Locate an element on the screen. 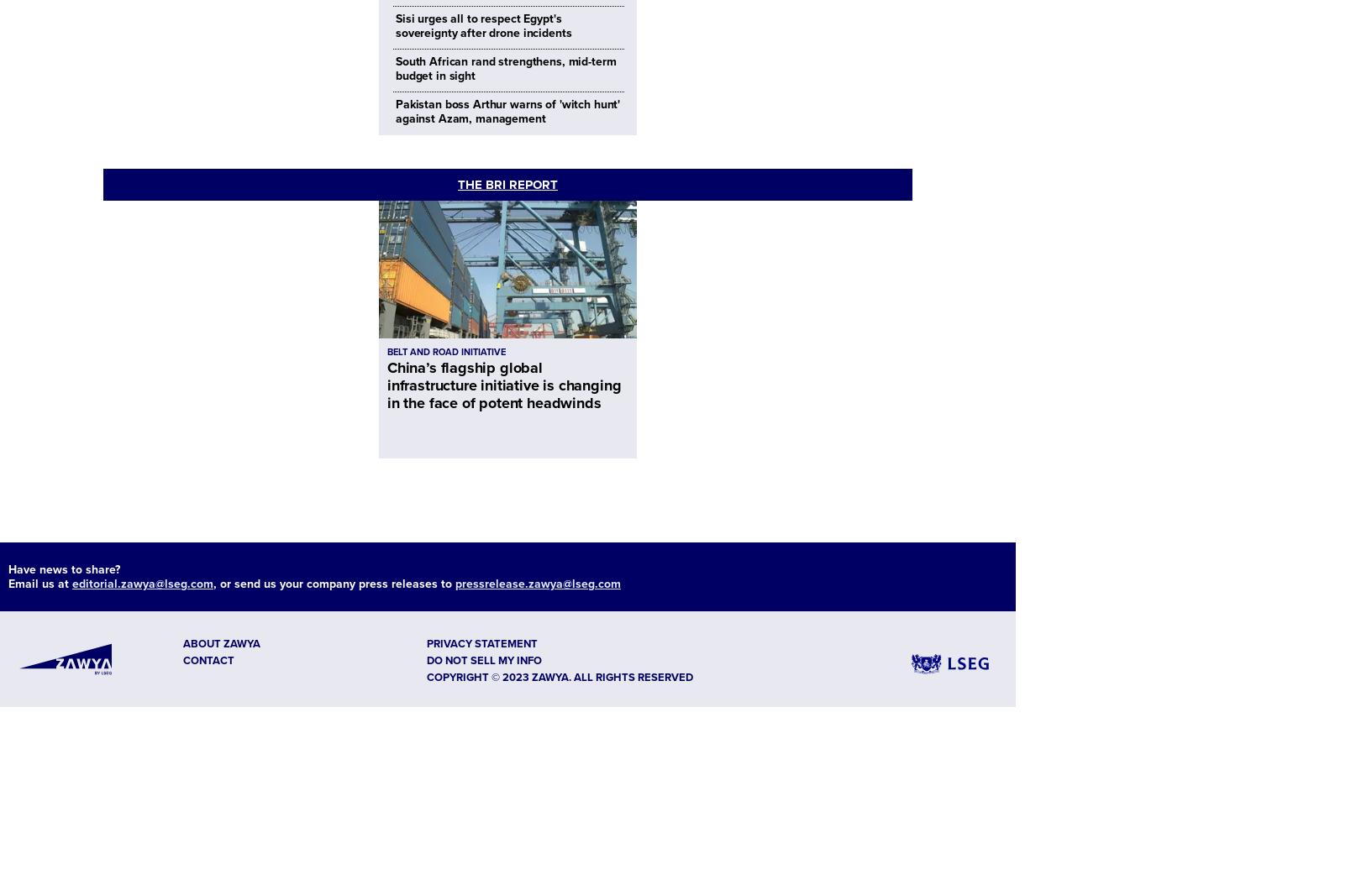 Image resolution: width=1372 pixels, height=880 pixels. 'Privacy Statement' is located at coordinates (427, 642).